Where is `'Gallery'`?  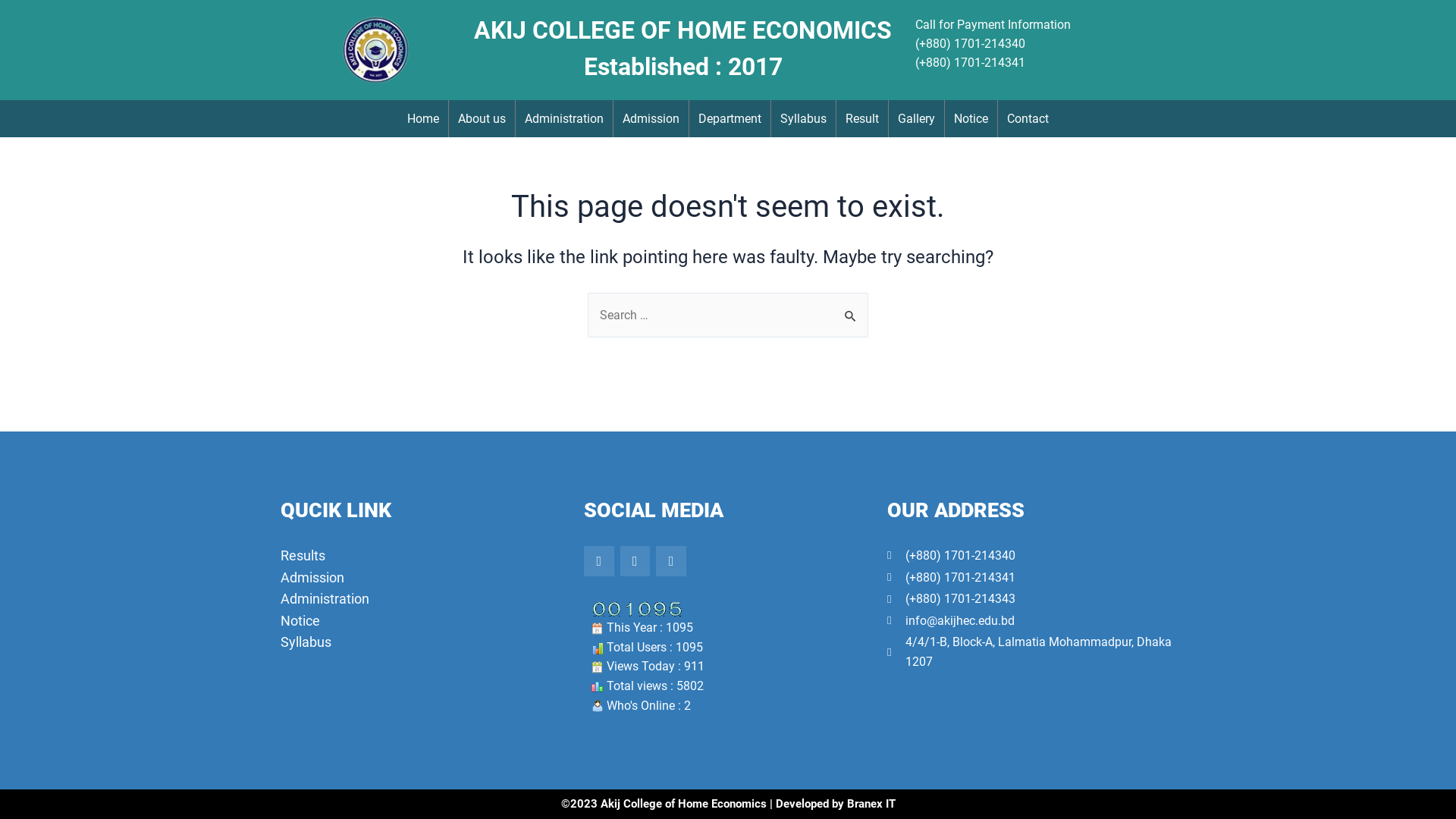 'Gallery' is located at coordinates (915, 118).